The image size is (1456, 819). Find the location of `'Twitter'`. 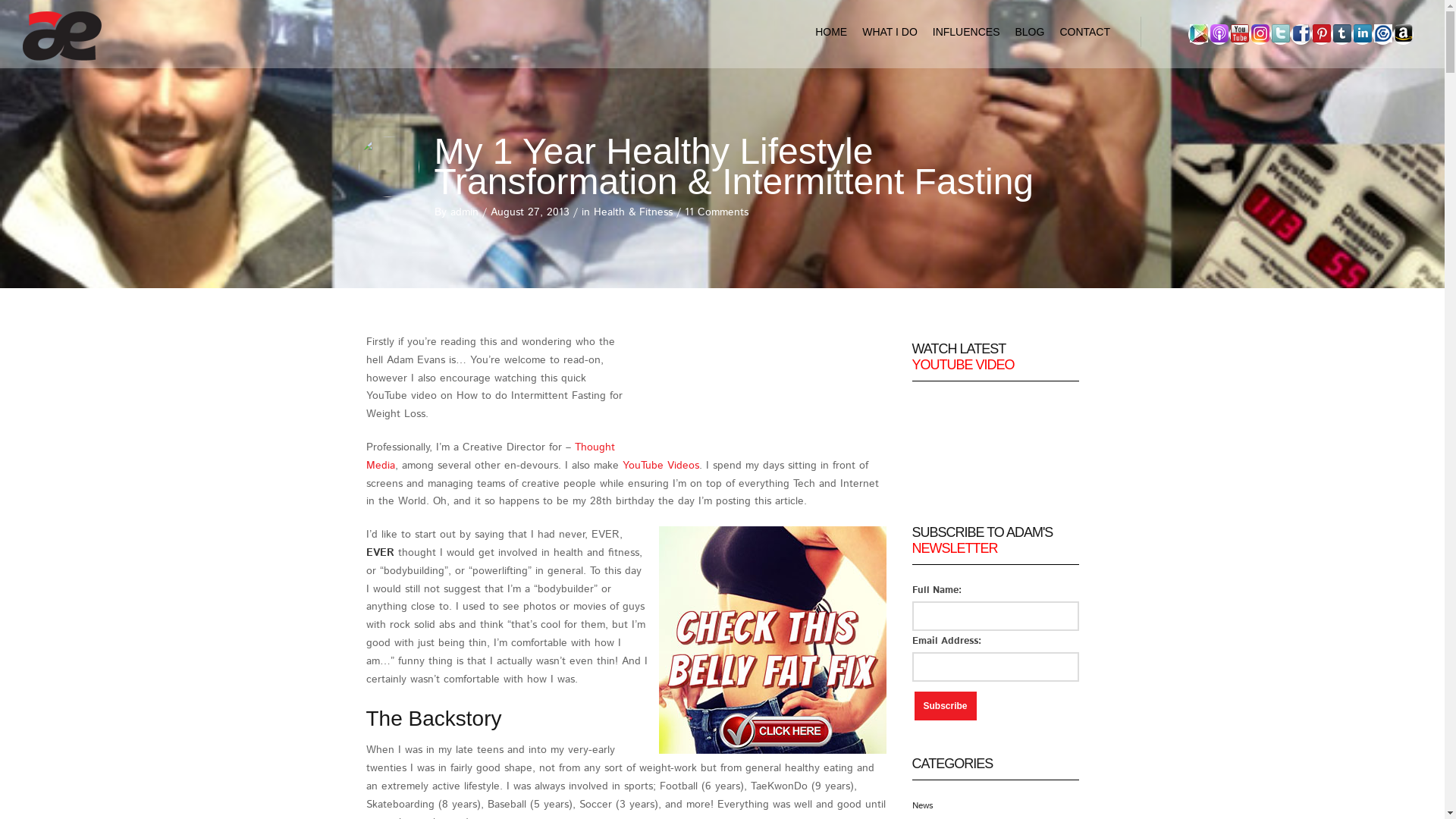

'Twitter' is located at coordinates (1279, 33).